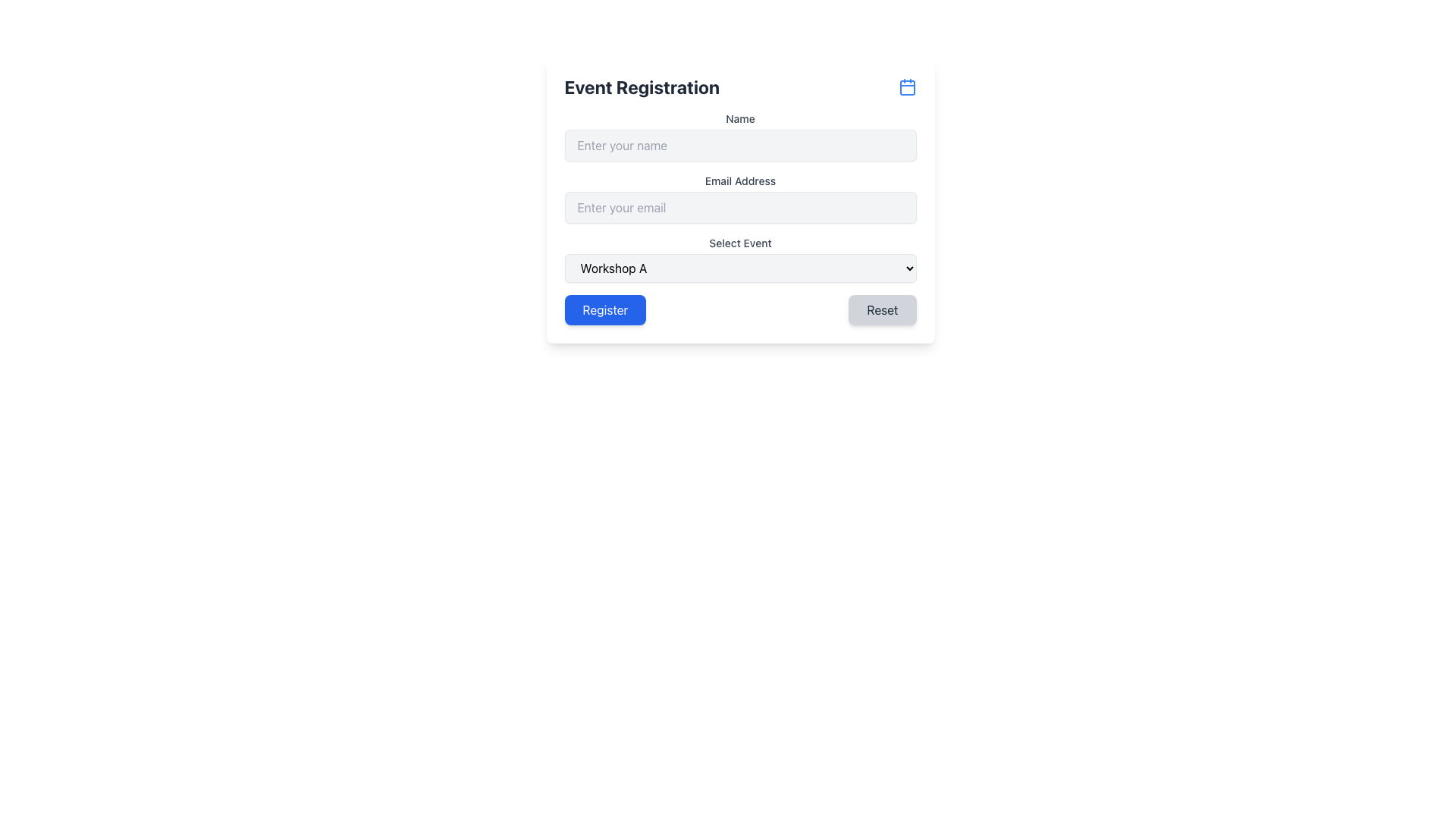  What do you see at coordinates (740, 207) in the screenshot?
I see `the email input field located directly below the 'Name' field and above the 'Select Event' dropdown` at bounding box center [740, 207].